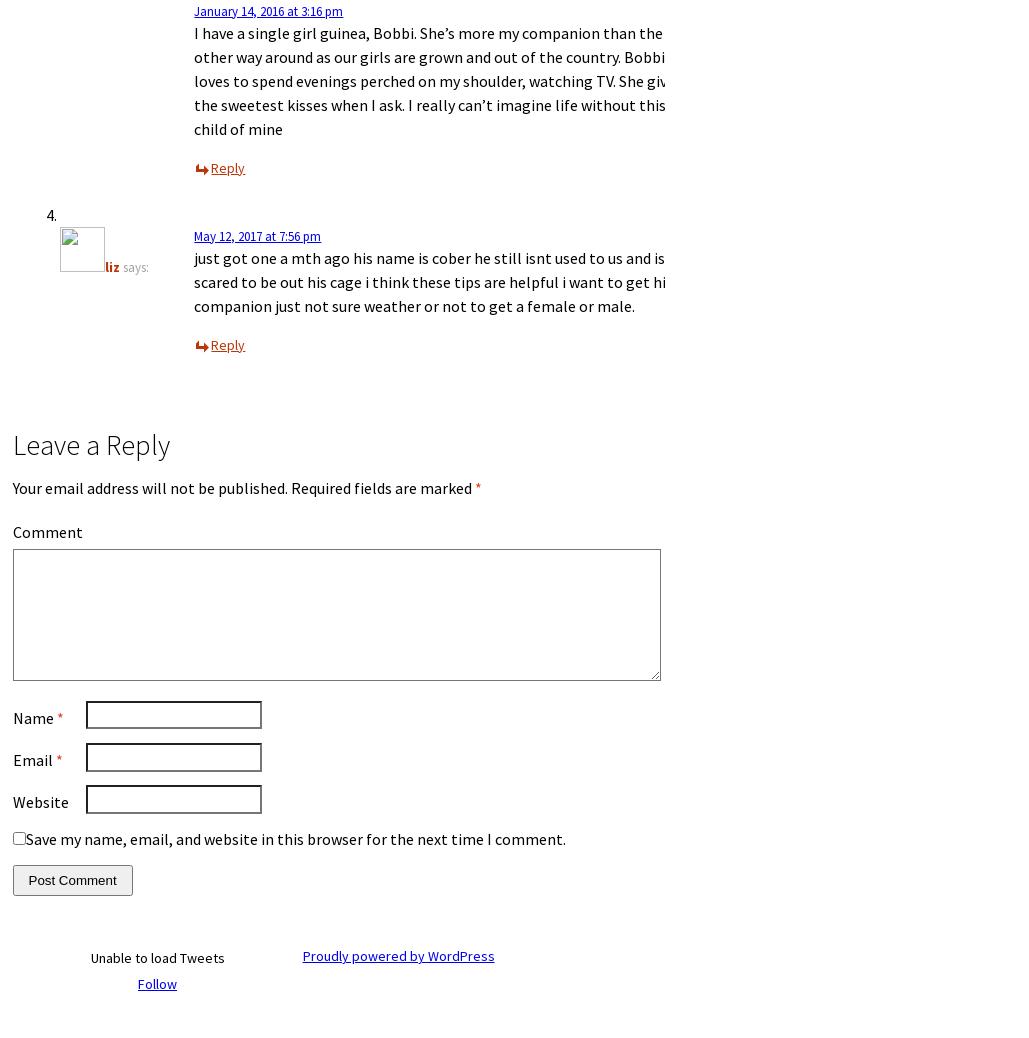 The width and height of the screenshot is (1029, 1038). What do you see at coordinates (12, 443) in the screenshot?
I see `'Leave a Reply'` at bounding box center [12, 443].